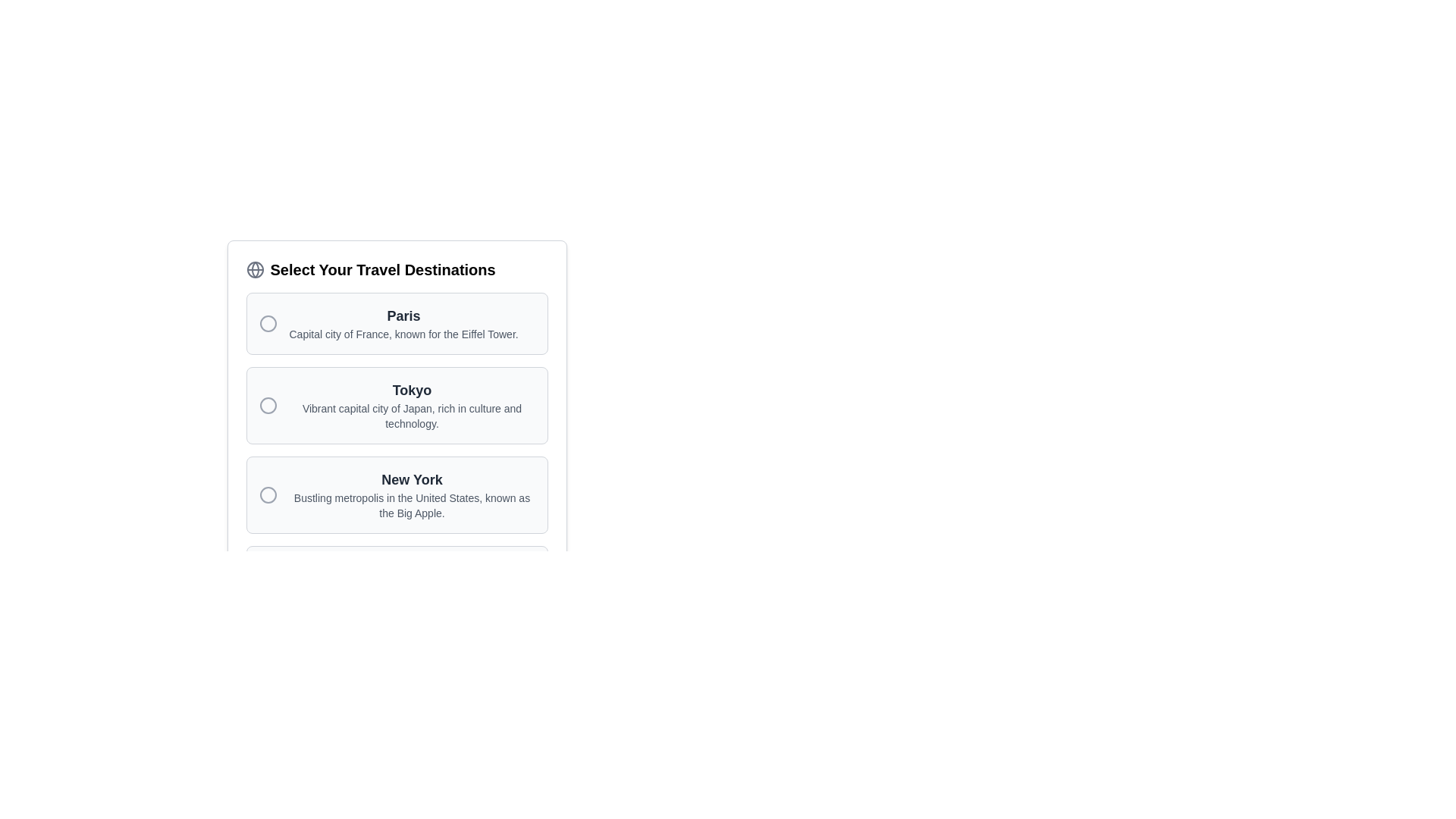 The width and height of the screenshot is (1456, 819). I want to click on the Graphic Circle (SVG) element, which is a circular shape located in the lower region of the interface, so click(268, 584).